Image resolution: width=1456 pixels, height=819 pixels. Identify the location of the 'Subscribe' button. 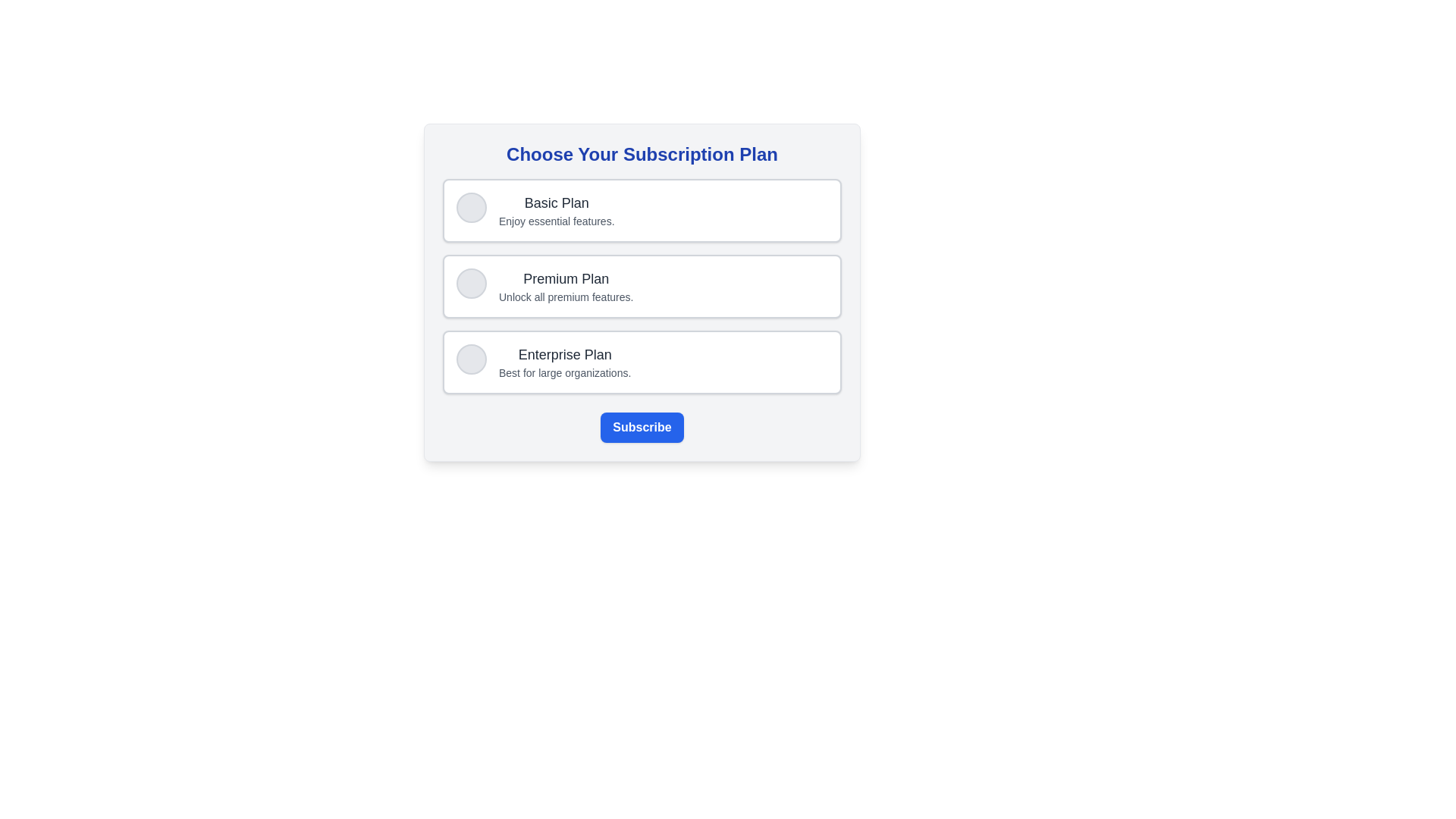
(642, 427).